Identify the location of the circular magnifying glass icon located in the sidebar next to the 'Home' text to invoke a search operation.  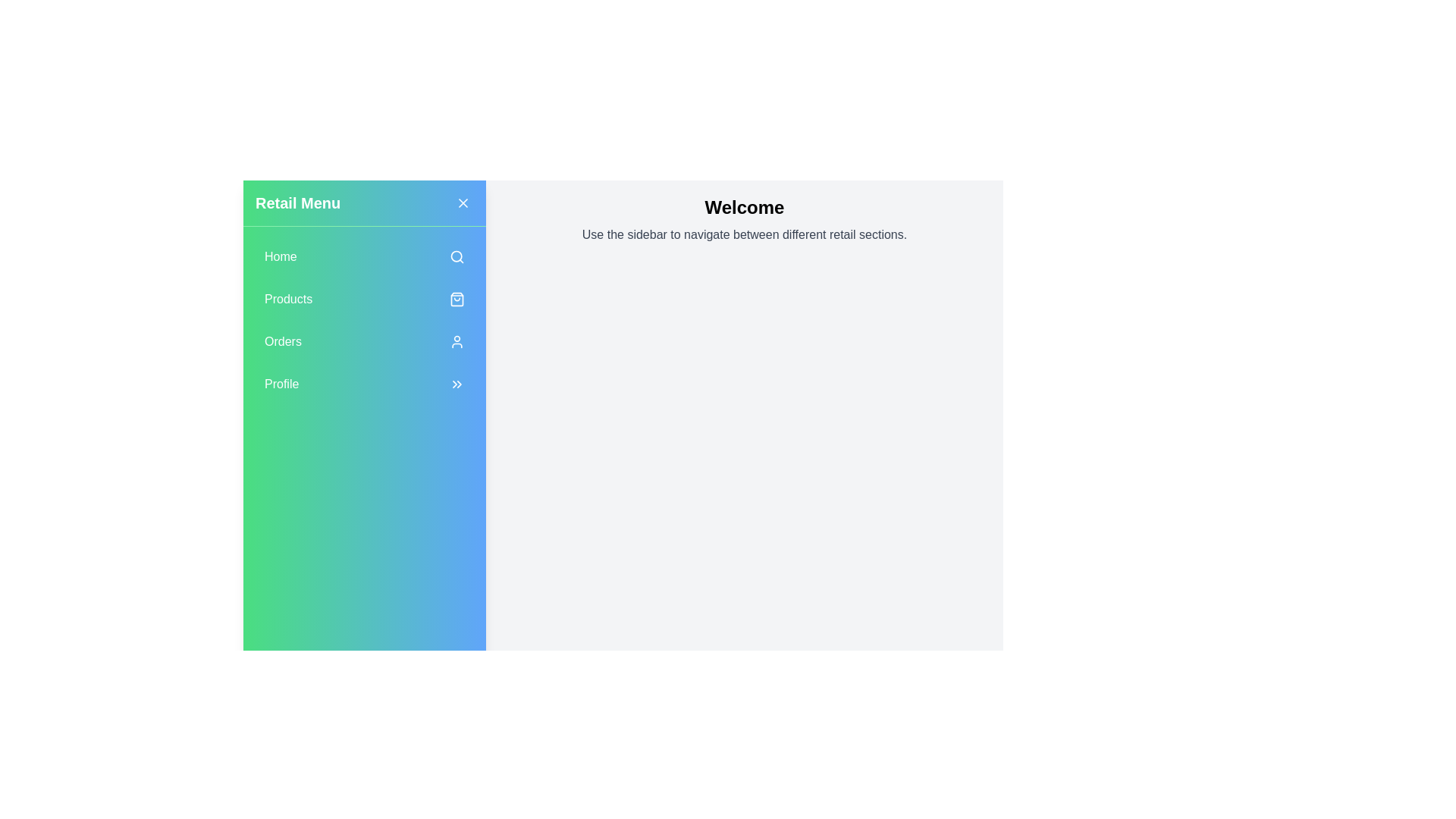
(456, 256).